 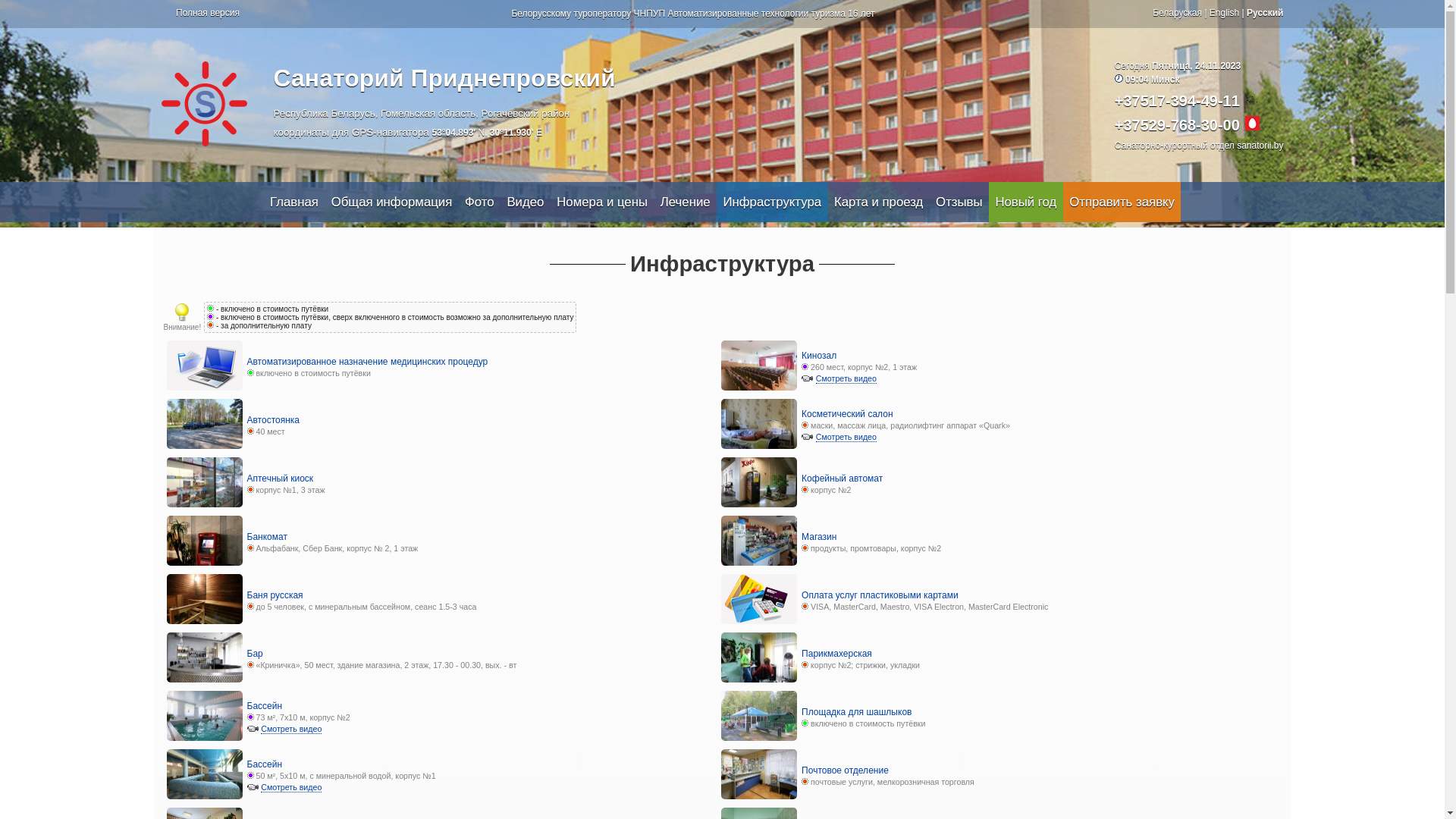 I want to click on '+37529-768-30-00', so click(x=1176, y=124).